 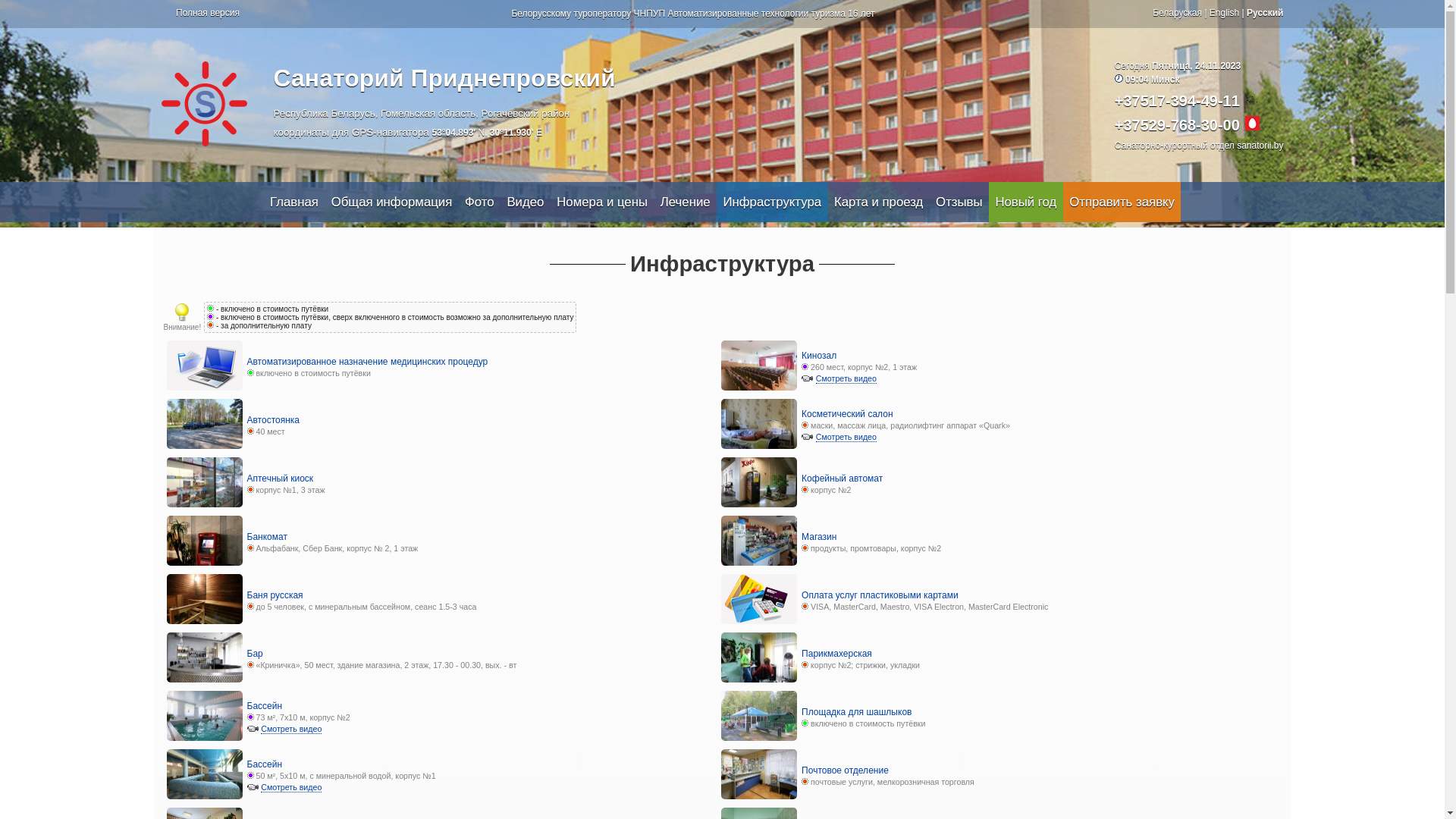 I want to click on '+37529-768-30-00', so click(x=1176, y=124).